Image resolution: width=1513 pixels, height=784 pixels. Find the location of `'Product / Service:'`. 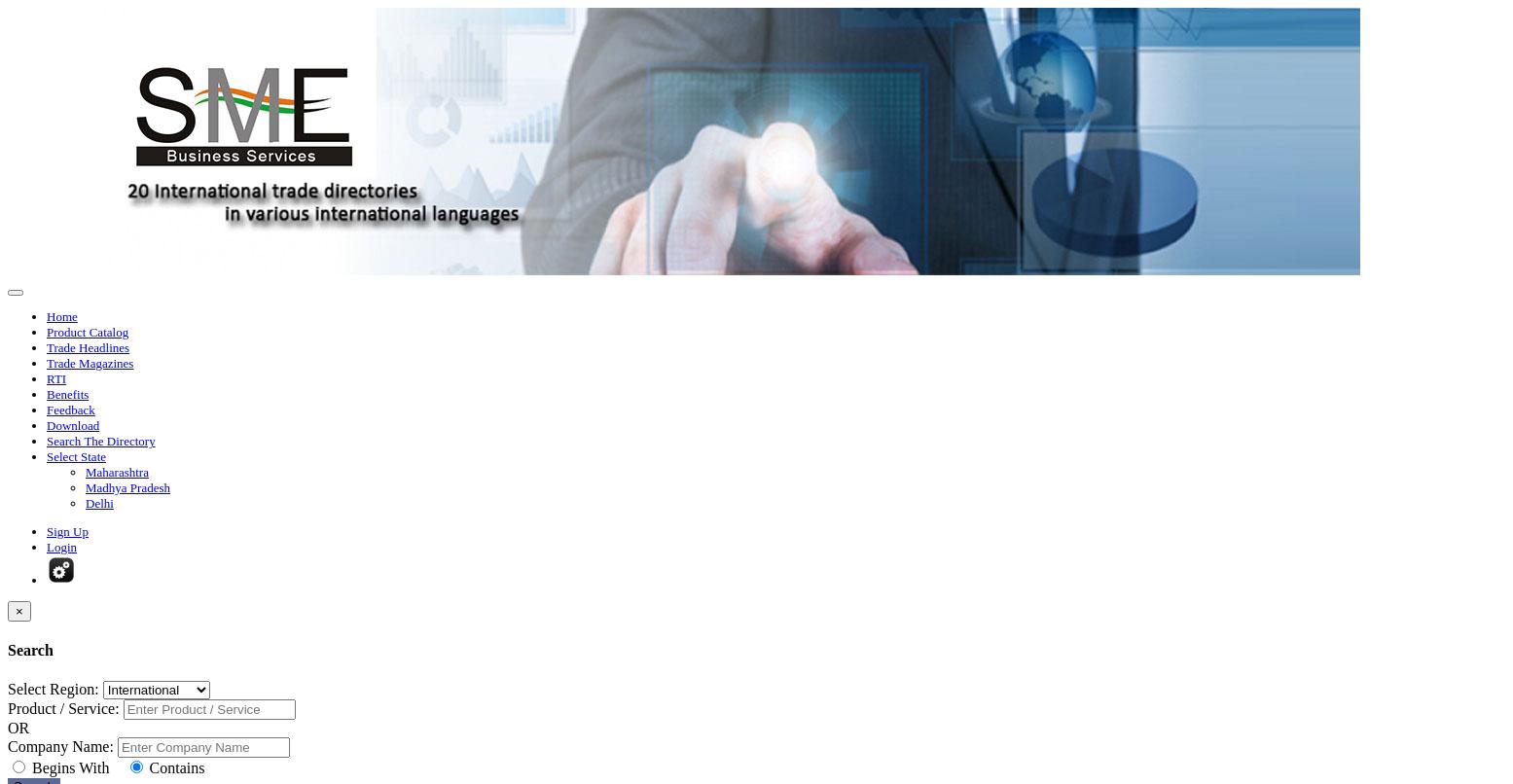

'Product / Service:' is located at coordinates (61, 707).